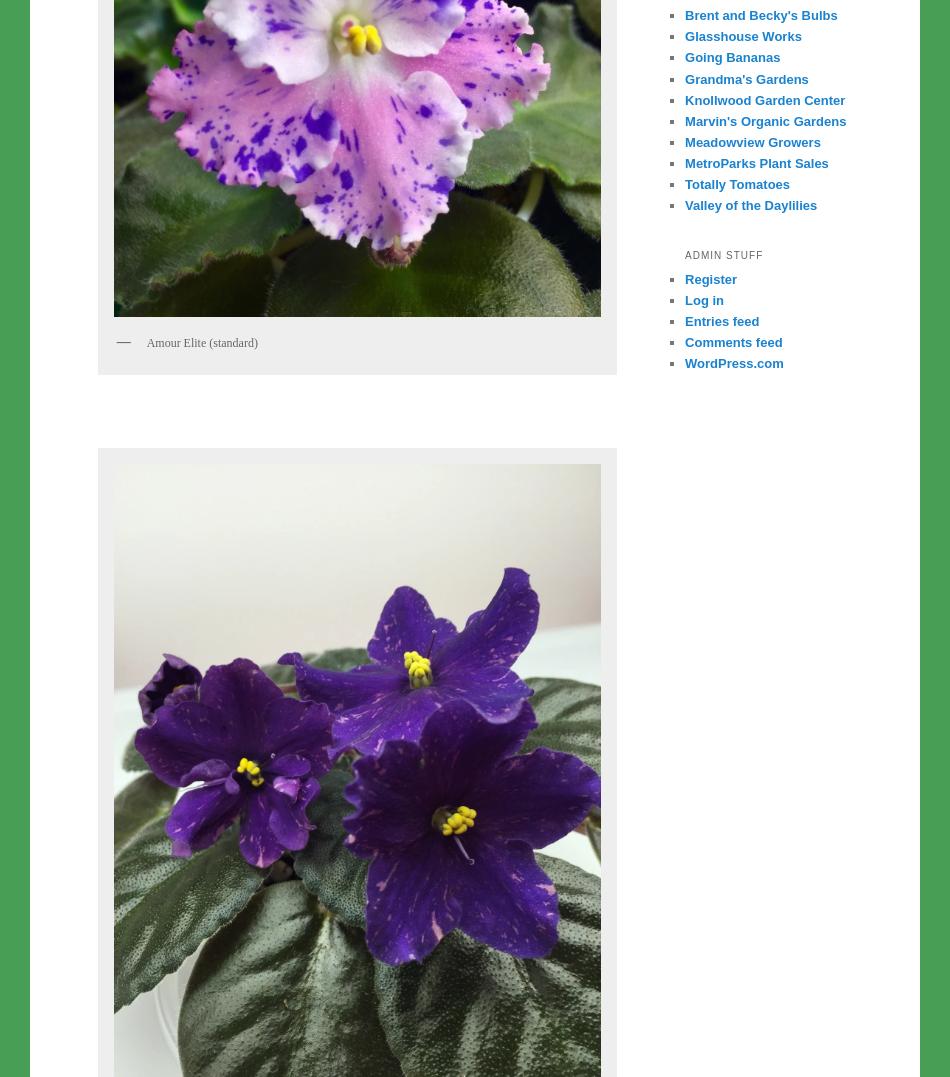 The image size is (950, 1077). I want to click on 'Entries feed', so click(721, 321).